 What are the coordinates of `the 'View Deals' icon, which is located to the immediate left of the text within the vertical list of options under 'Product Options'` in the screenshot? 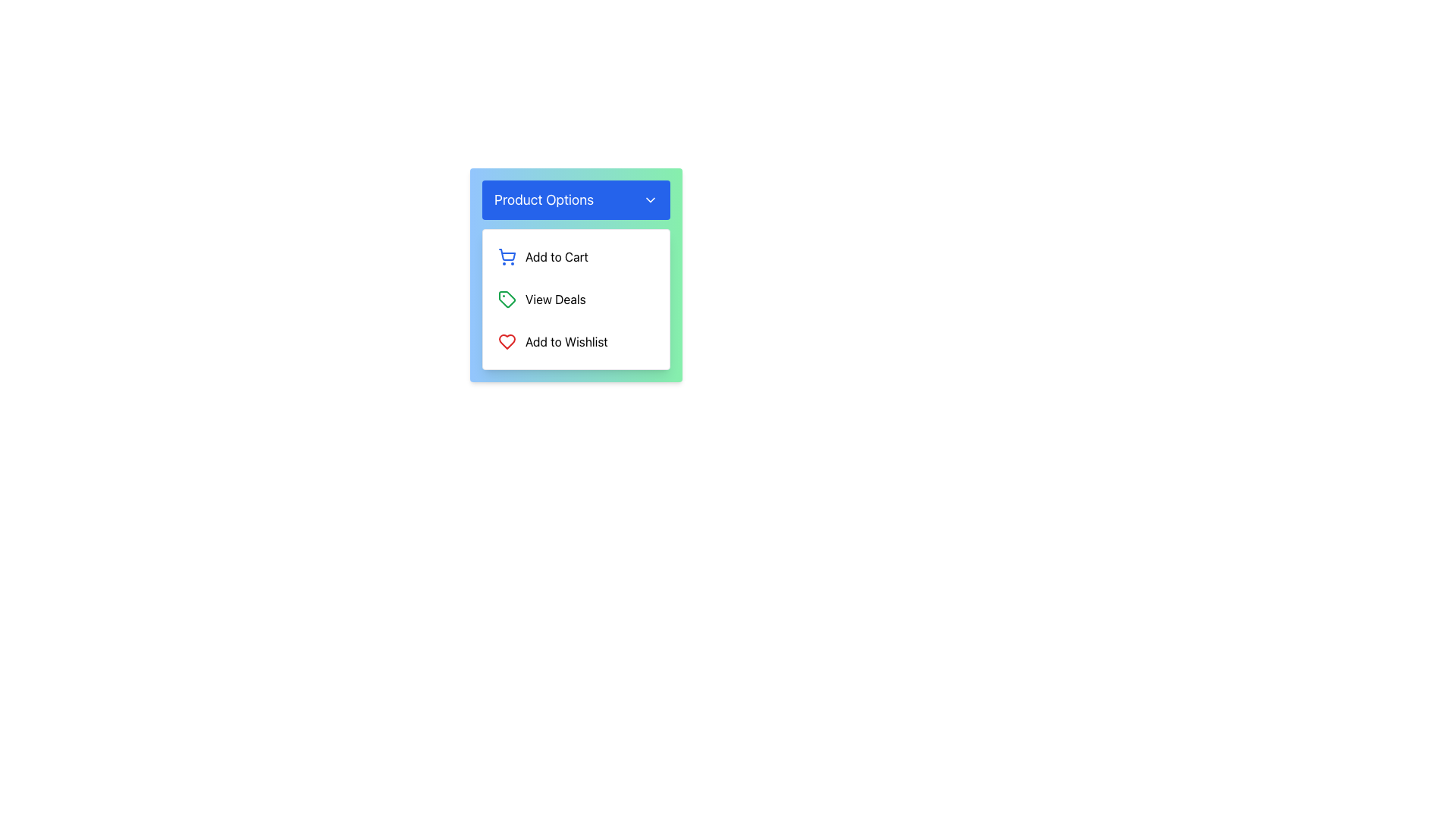 It's located at (507, 299).